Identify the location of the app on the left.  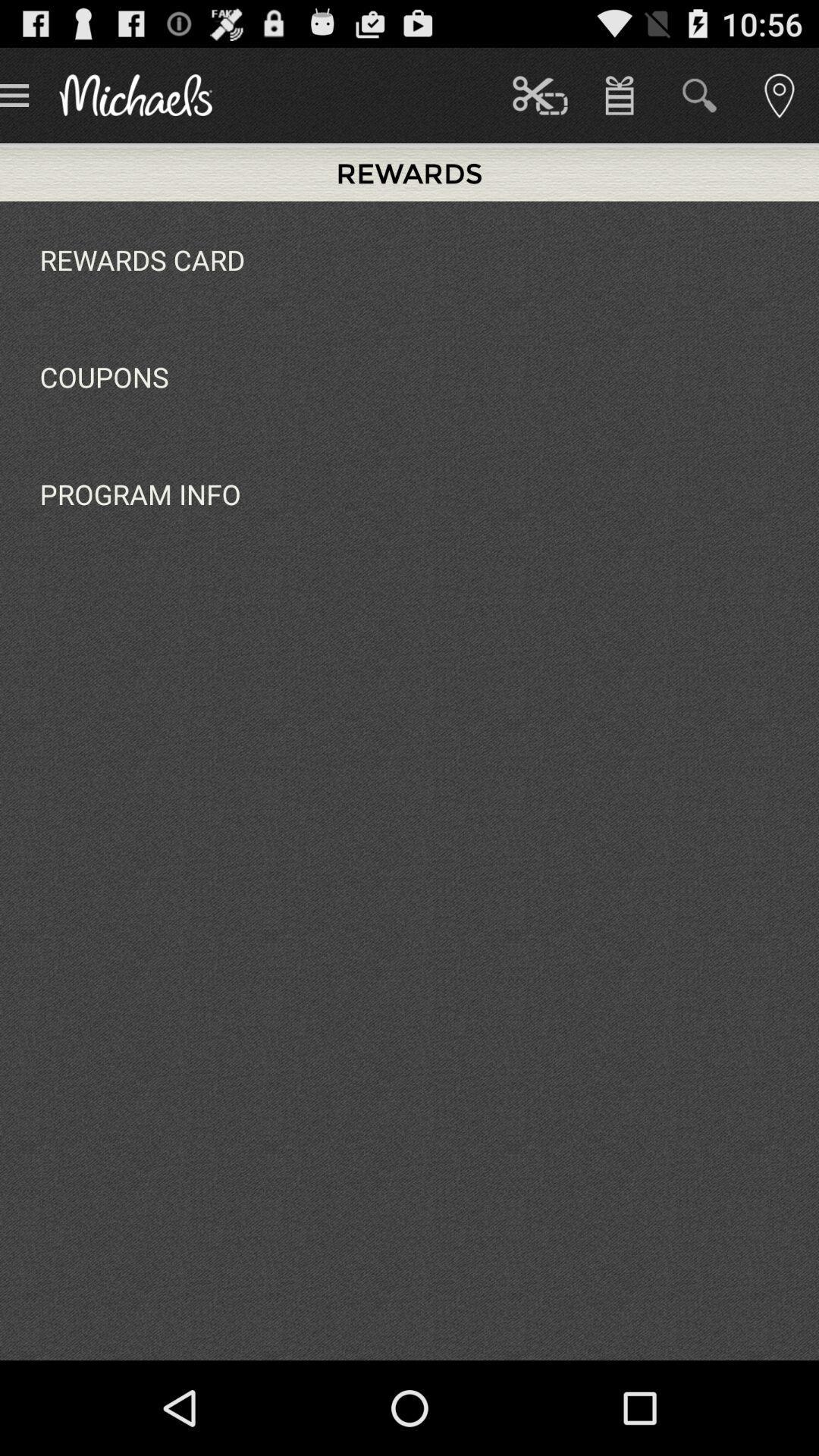
(140, 494).